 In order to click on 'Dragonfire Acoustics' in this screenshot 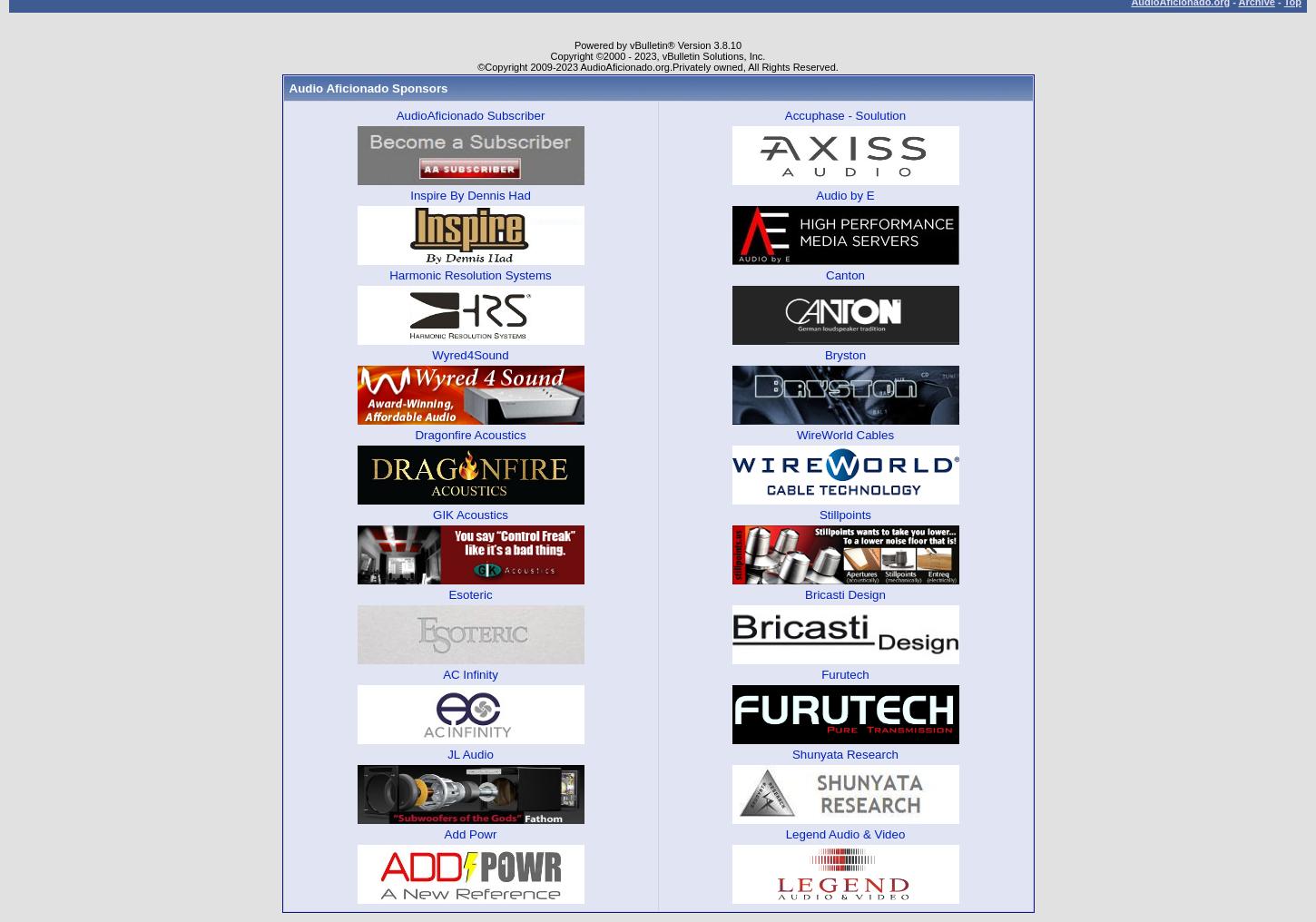, I will do `click(469, 434)`.